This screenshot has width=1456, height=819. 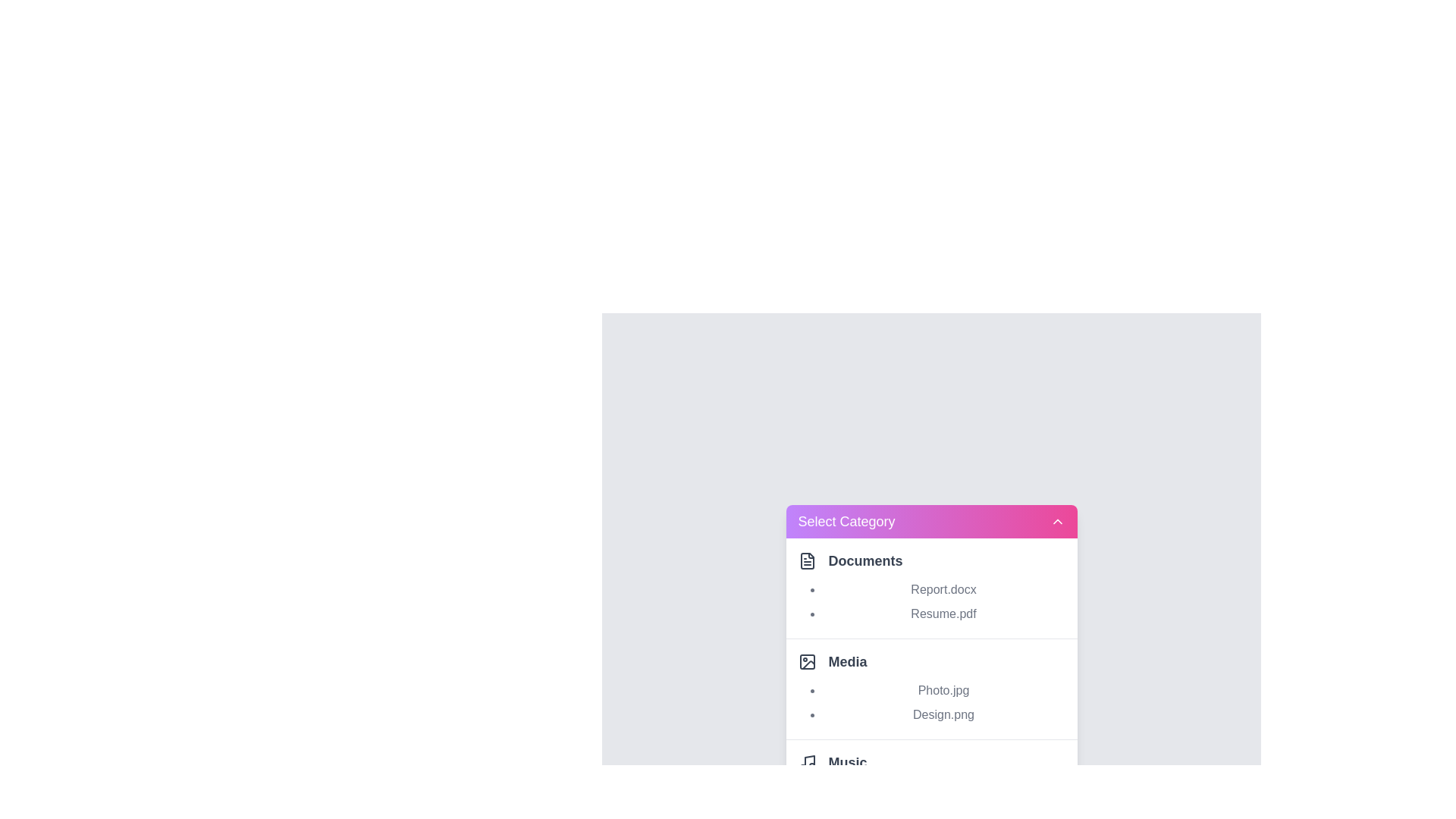 I want to click on the text label displaying 'Design.png', which is the second item in the list under the 'Media' category, so click(x=943, y=714).